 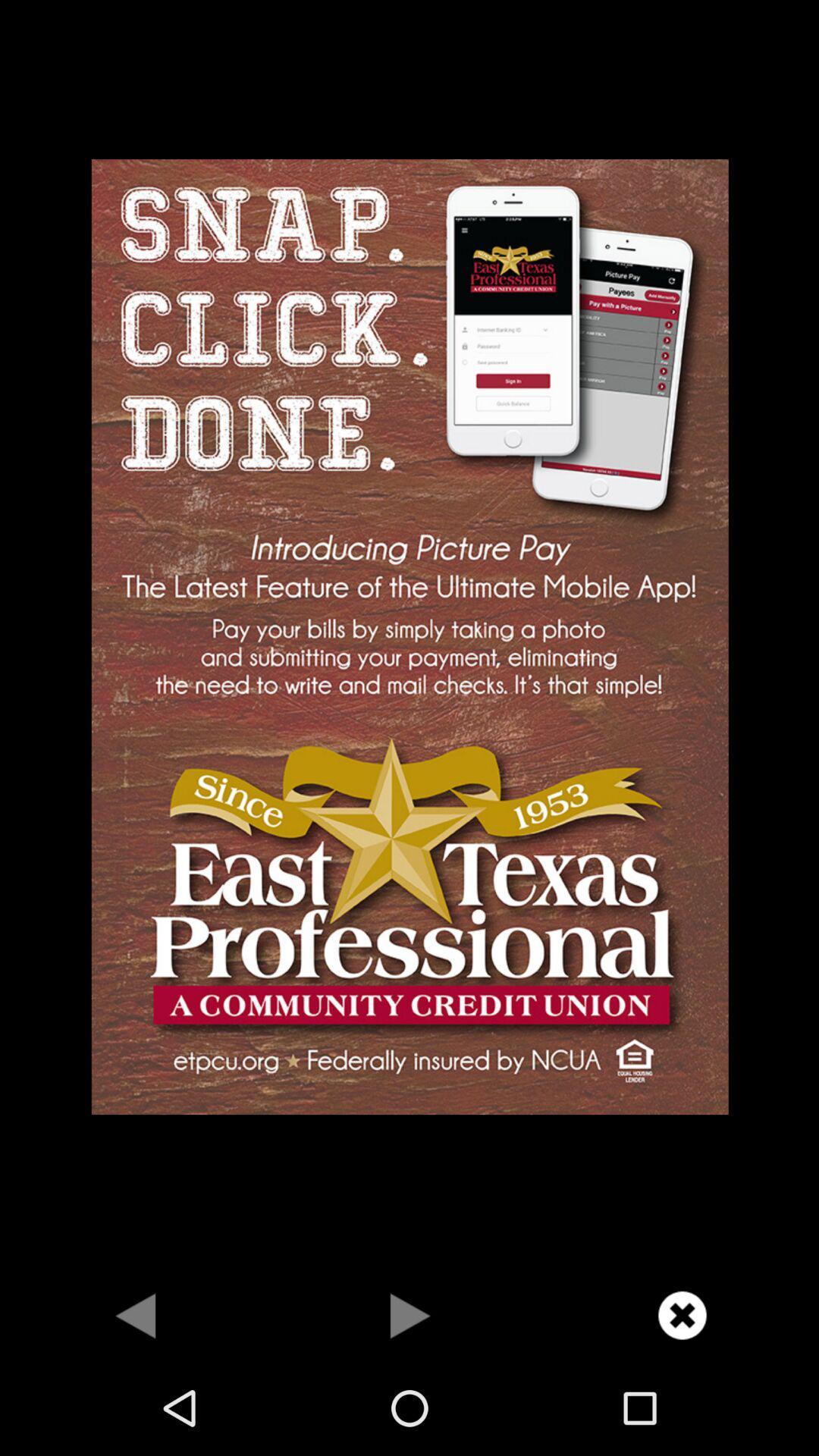 What do you see at coordinates (136, 1407) in the screenshot?
I see `the arrow_backward icon` at bounding box center [136, 1407].